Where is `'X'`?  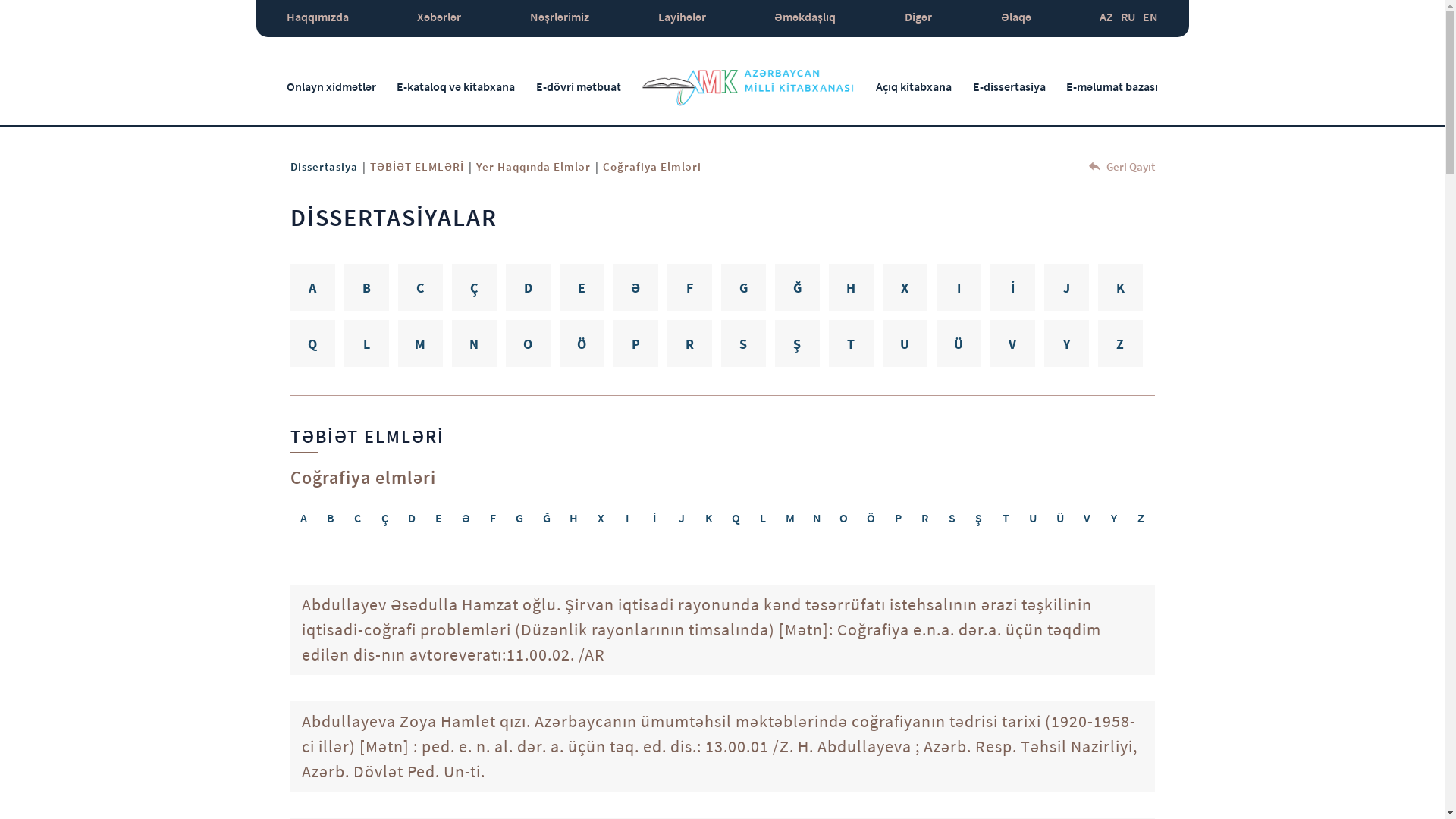
'X' is located at coordinates (882, 287).